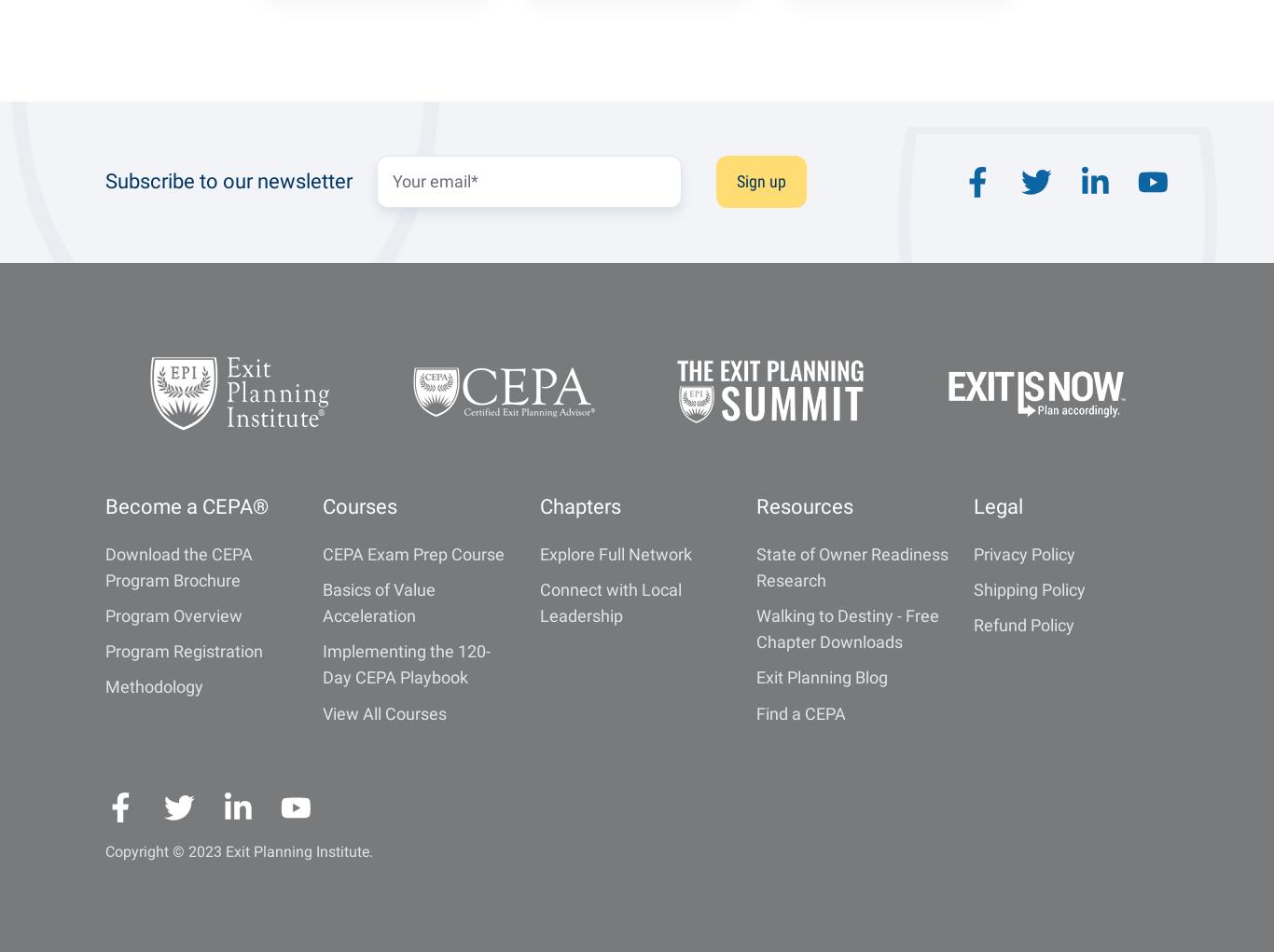  Describe the element at coordinates (804, 505) in the screenshot. I see `'Resources'` at that location.